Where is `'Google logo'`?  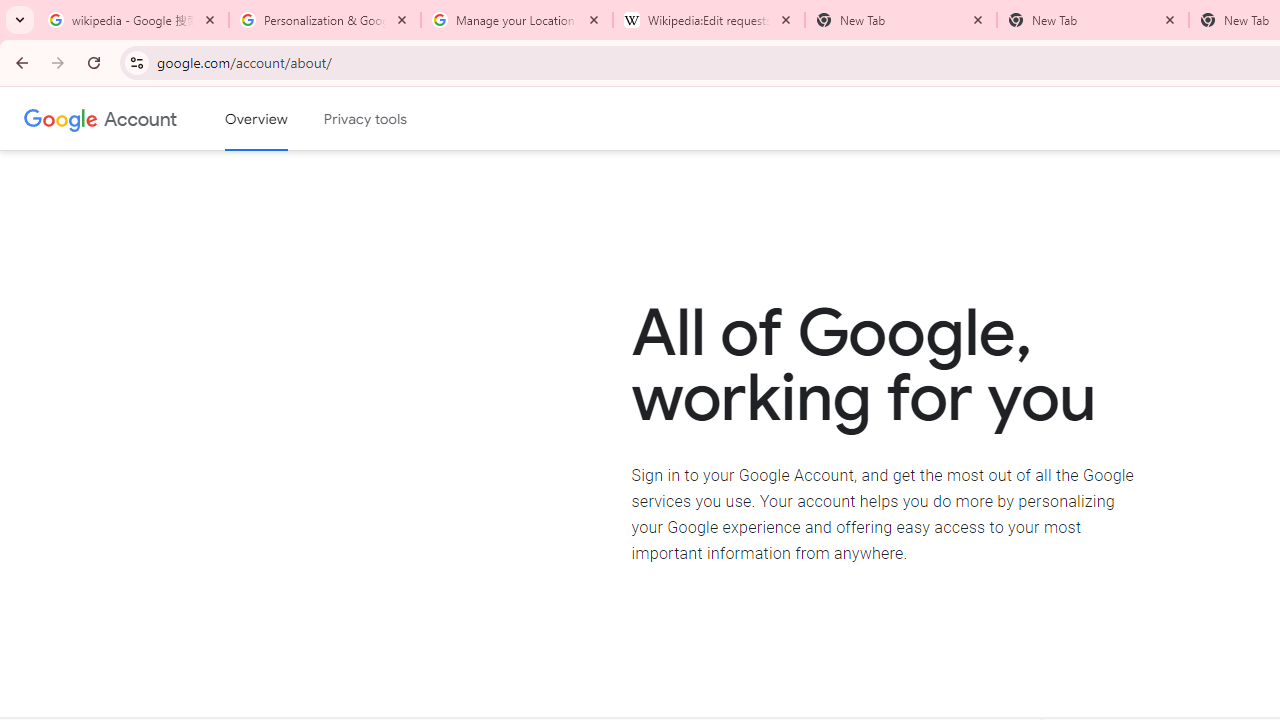
'Google logo' is located at coordinates (61, 118).